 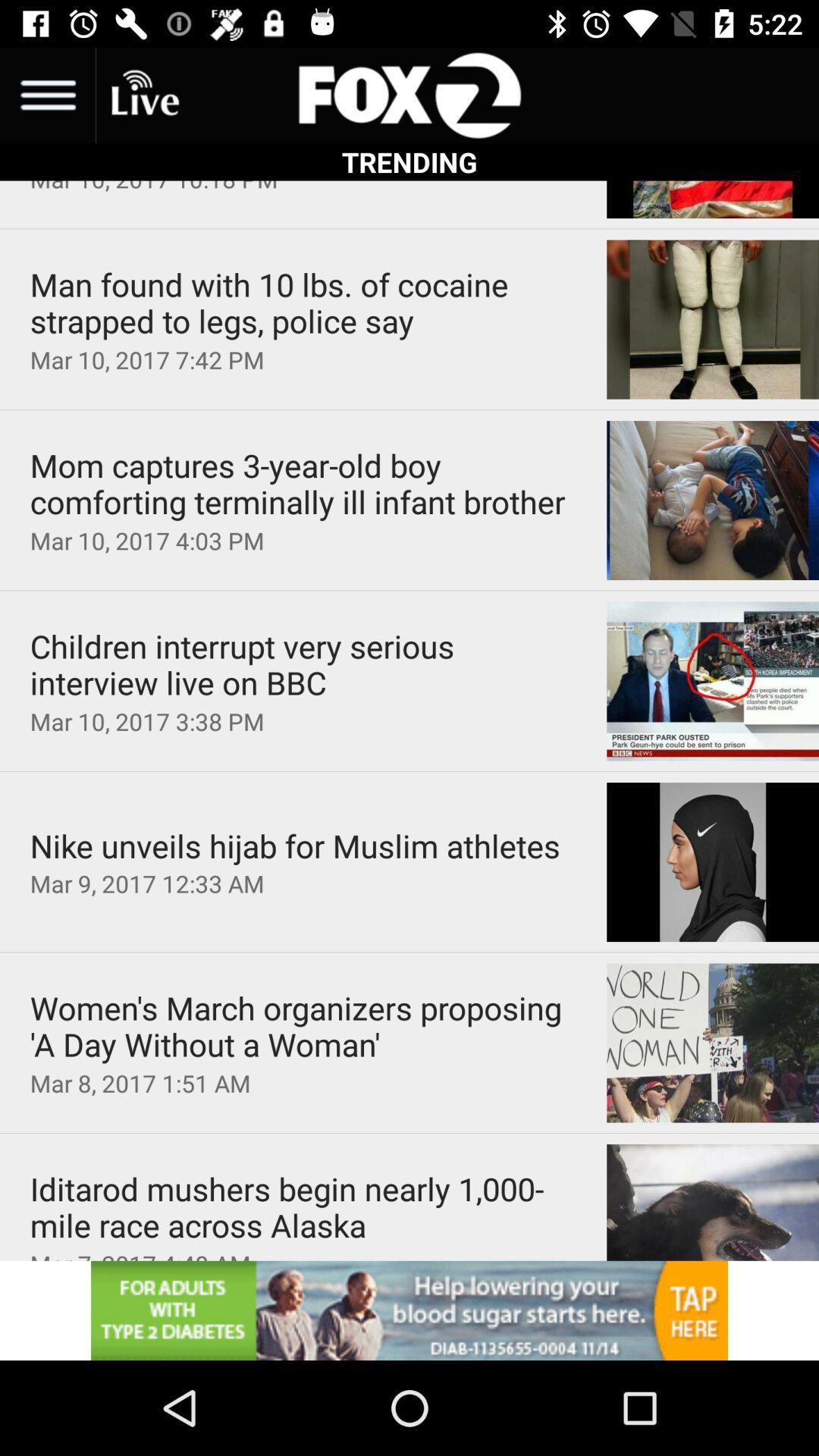 What do you see at coordinates (46, 94) in the screenshot?
I see `the menu icon` at bounding box center [46, 94].